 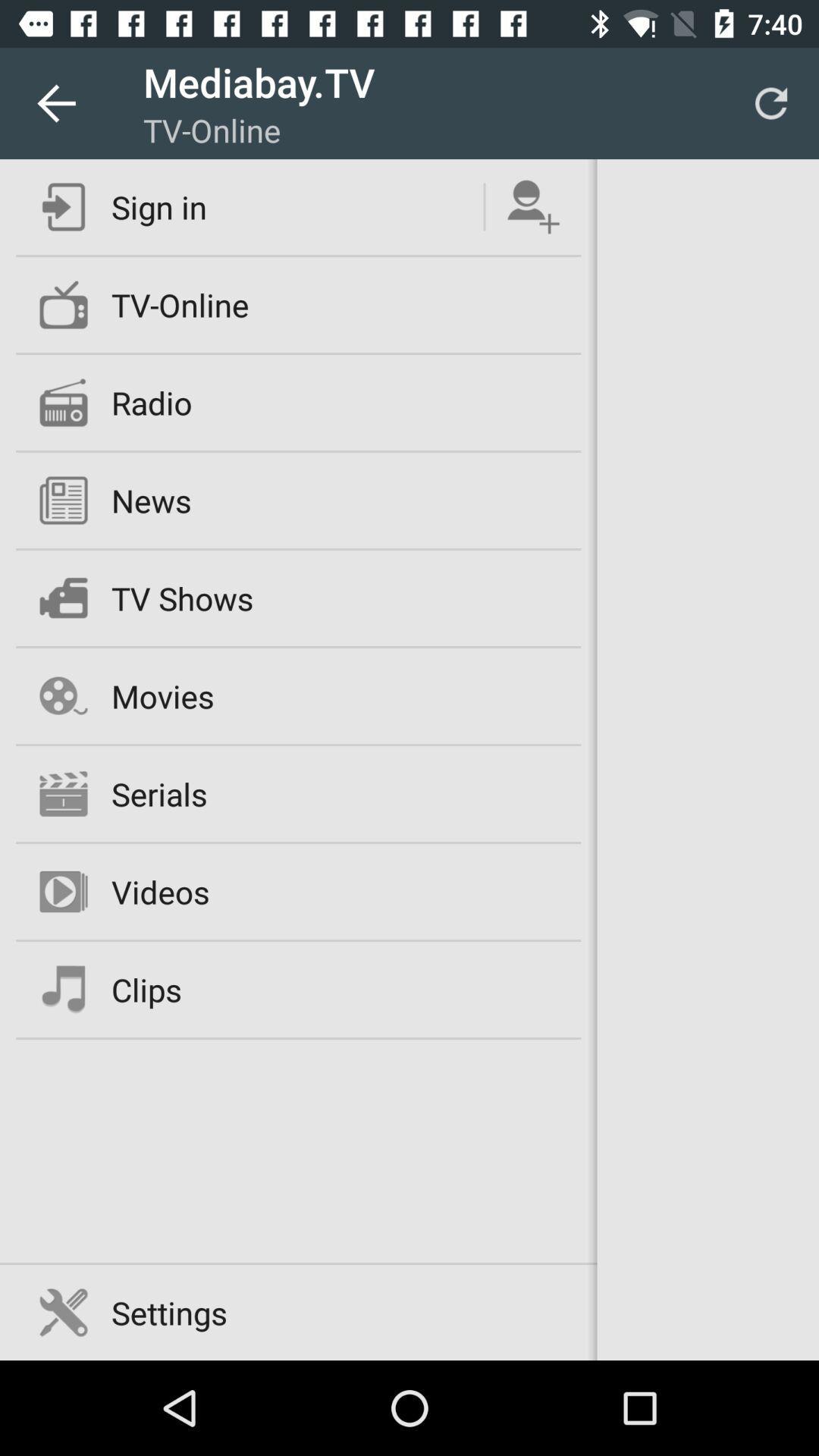 I want to click on the radio, so click(x=152, y=403).